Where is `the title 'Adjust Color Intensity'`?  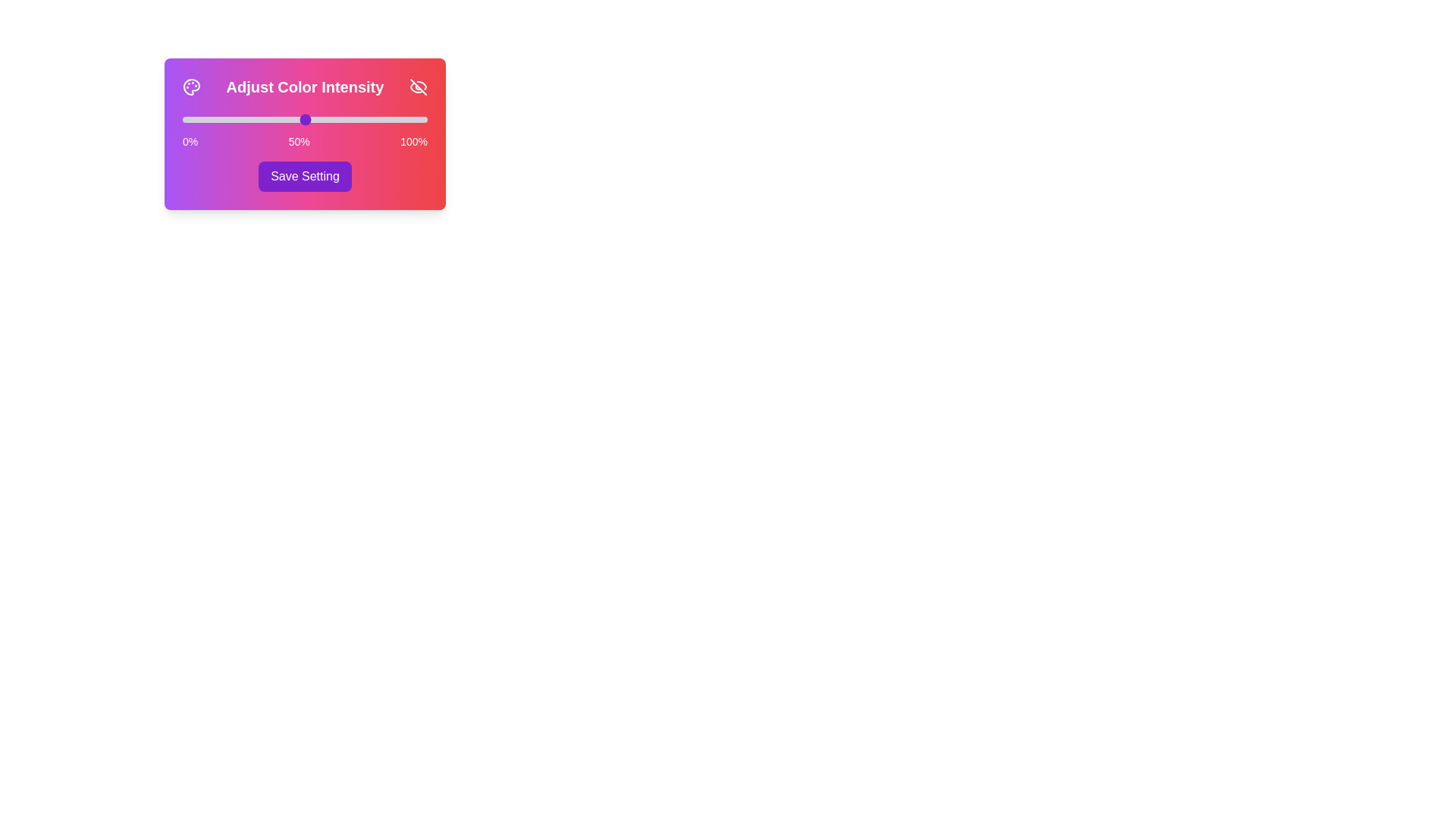
the title 'Adjust Color Intensity' is located at coordinates (304, 87).